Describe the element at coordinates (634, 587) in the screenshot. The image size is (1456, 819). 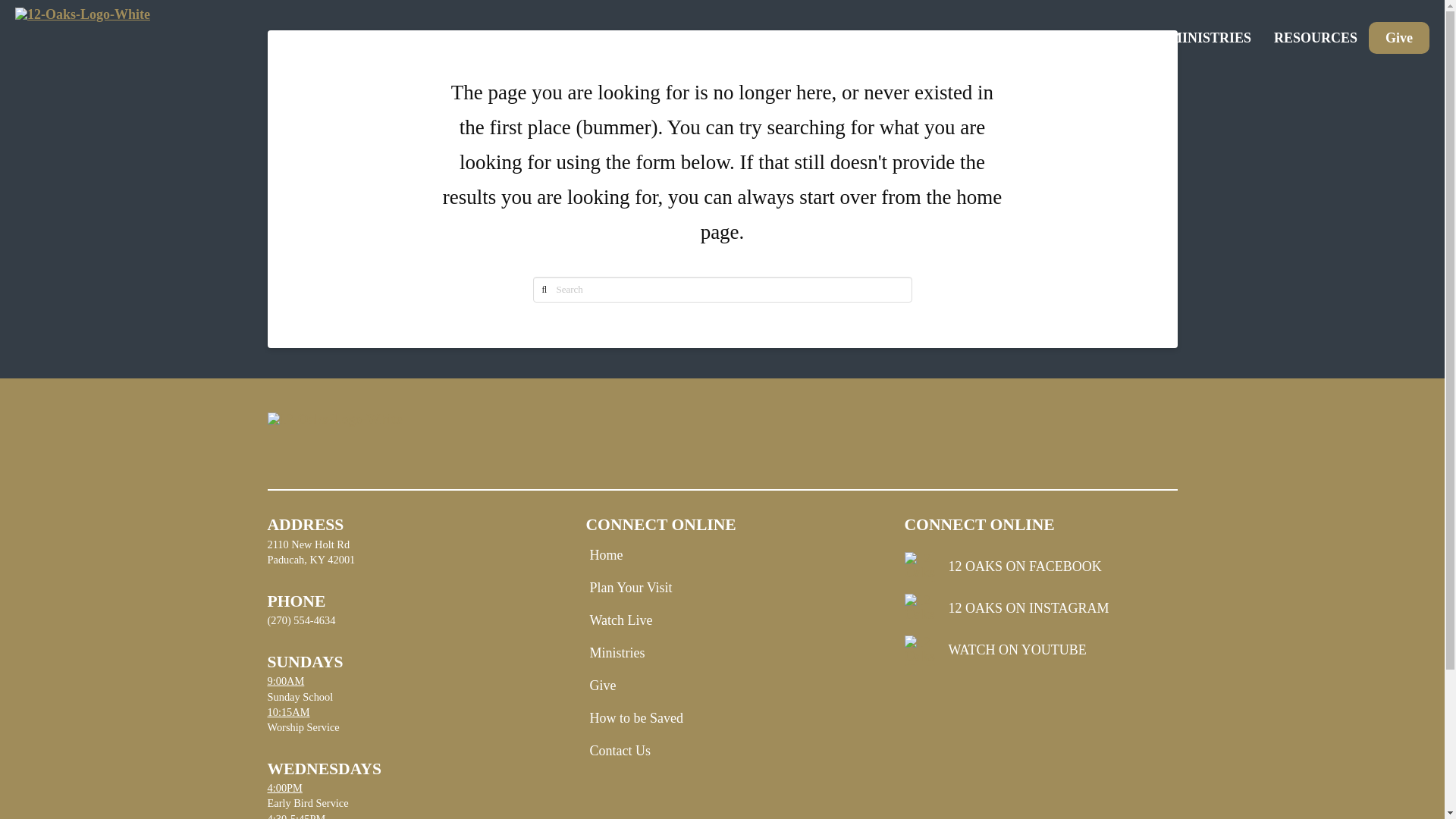
I see `'Plan Your Visit'` at that location.